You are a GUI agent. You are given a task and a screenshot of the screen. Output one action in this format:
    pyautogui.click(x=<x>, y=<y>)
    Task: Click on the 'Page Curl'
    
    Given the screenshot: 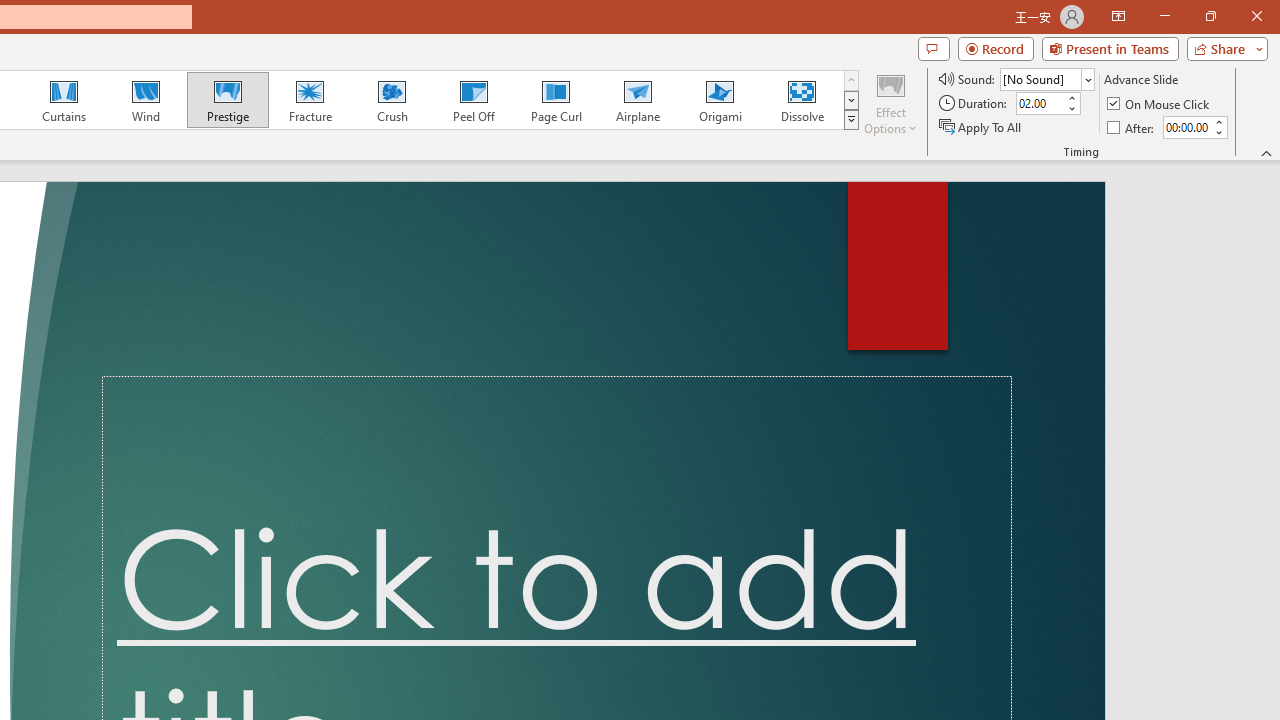 What is the action you would take?
    pyautogui.click(x=555, y=100)
    